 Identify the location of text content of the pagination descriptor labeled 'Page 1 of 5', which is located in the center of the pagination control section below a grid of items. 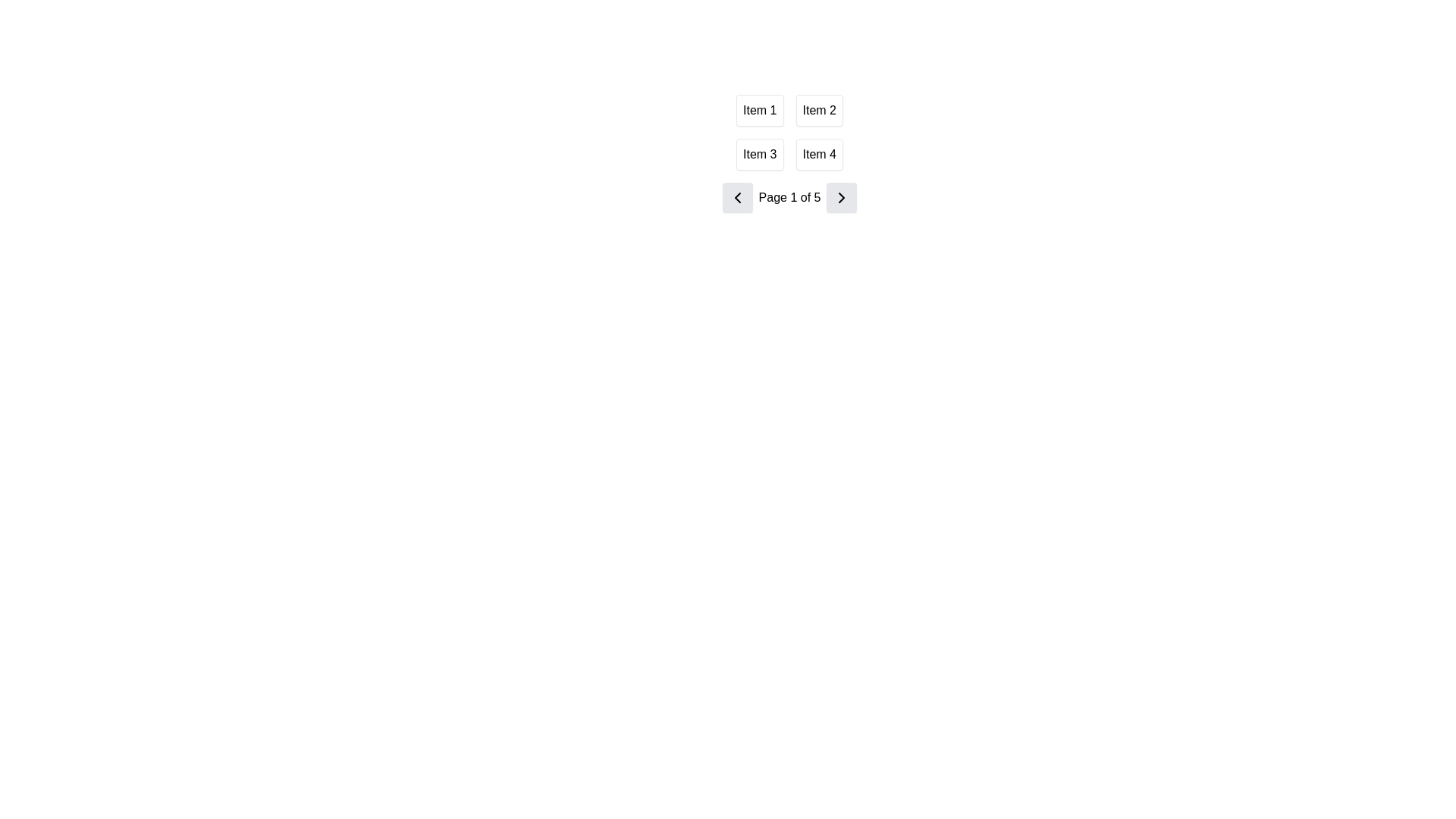
(789, 197).